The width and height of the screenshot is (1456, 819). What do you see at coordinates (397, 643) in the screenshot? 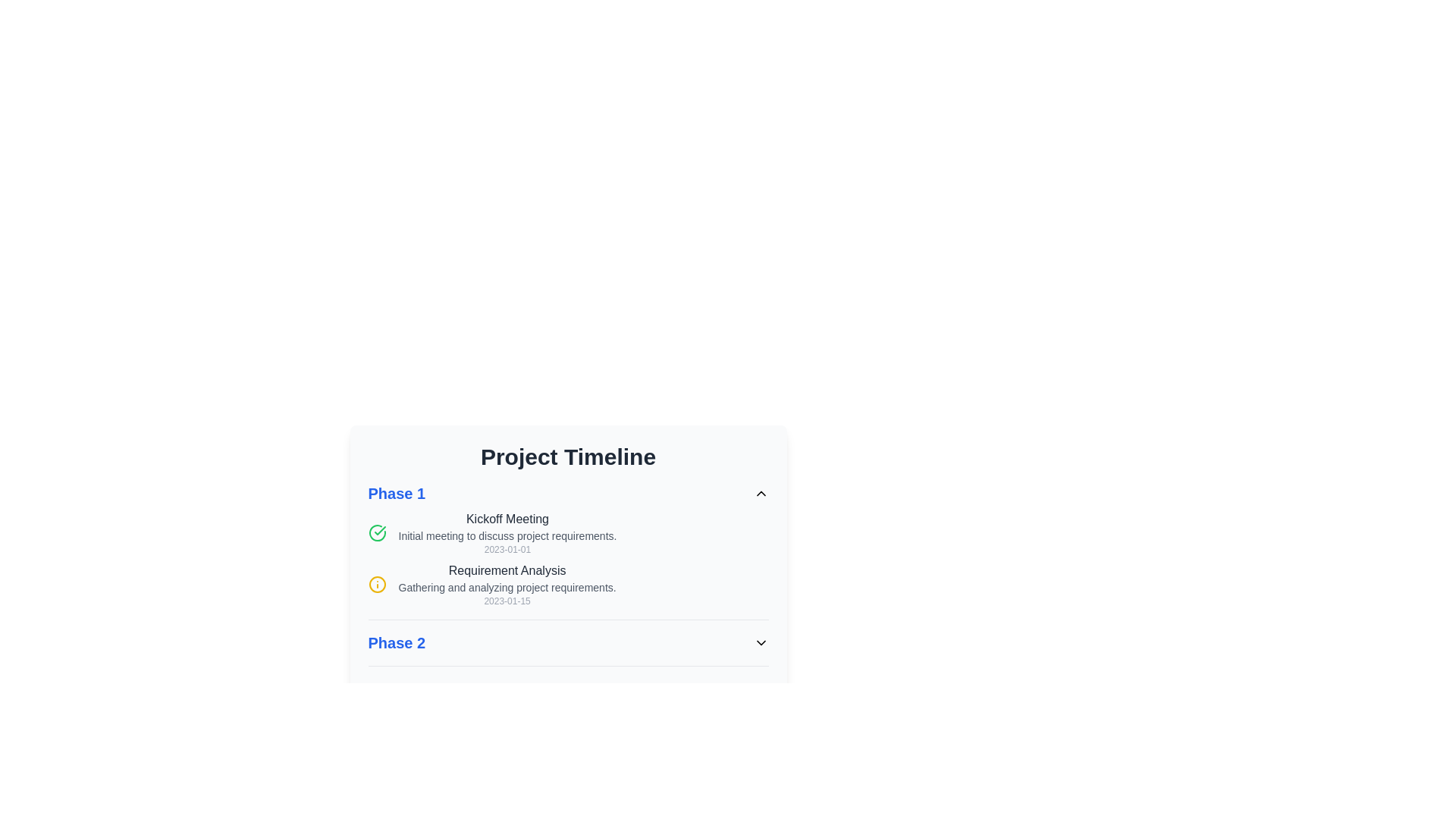
I see `the text label reading 'Phase 2' styled in a bold, extra-large font with a blue color, located below the 'Phase 1' heading in the 'Project Timeline' section` at bounding box center [397, 643].